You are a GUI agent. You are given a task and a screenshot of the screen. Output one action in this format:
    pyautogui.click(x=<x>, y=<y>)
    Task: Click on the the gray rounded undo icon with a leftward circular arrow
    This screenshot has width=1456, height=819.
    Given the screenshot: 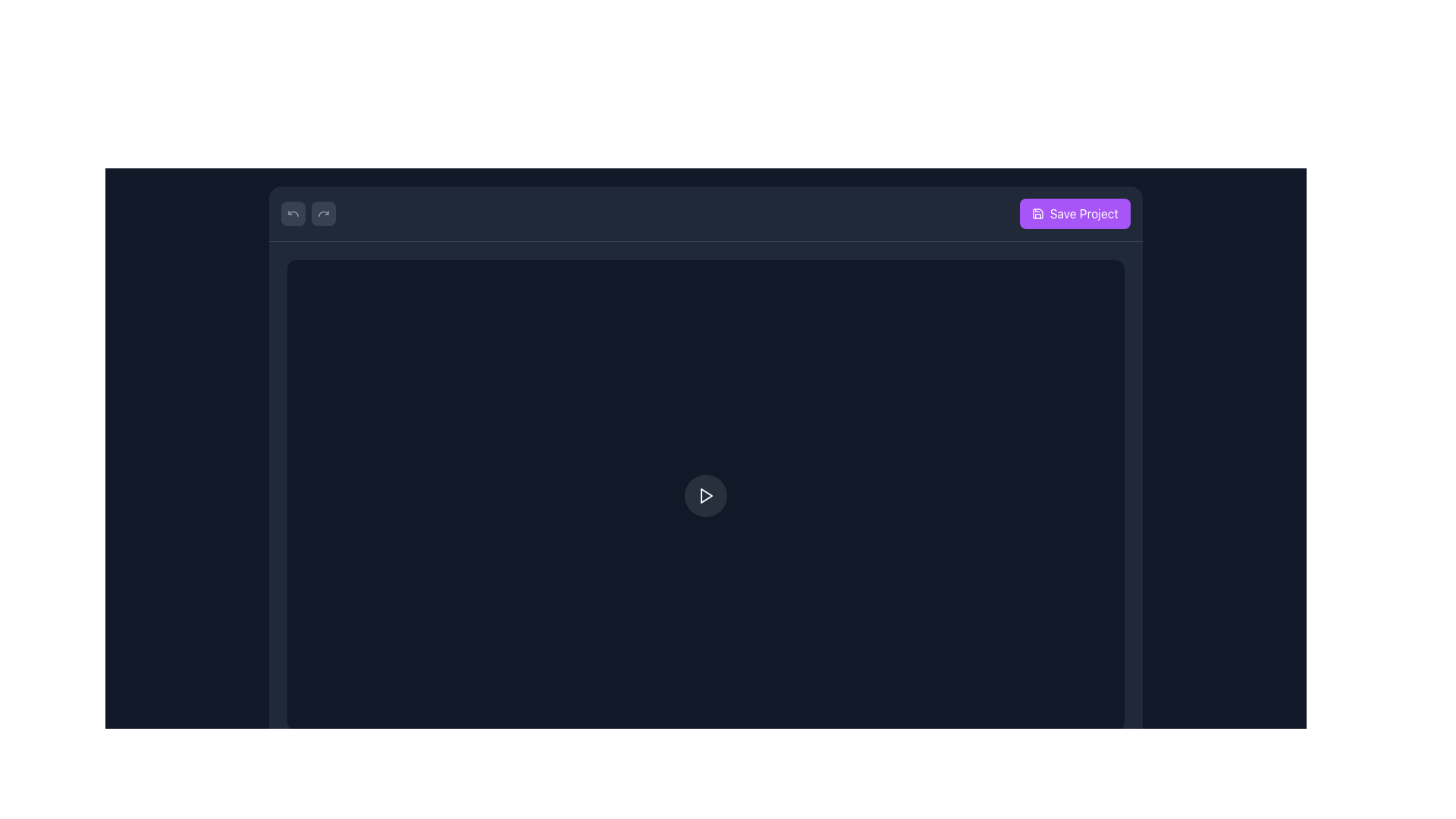 What is the action you would take?
    pyautogui.click(x=293, y=213)
    